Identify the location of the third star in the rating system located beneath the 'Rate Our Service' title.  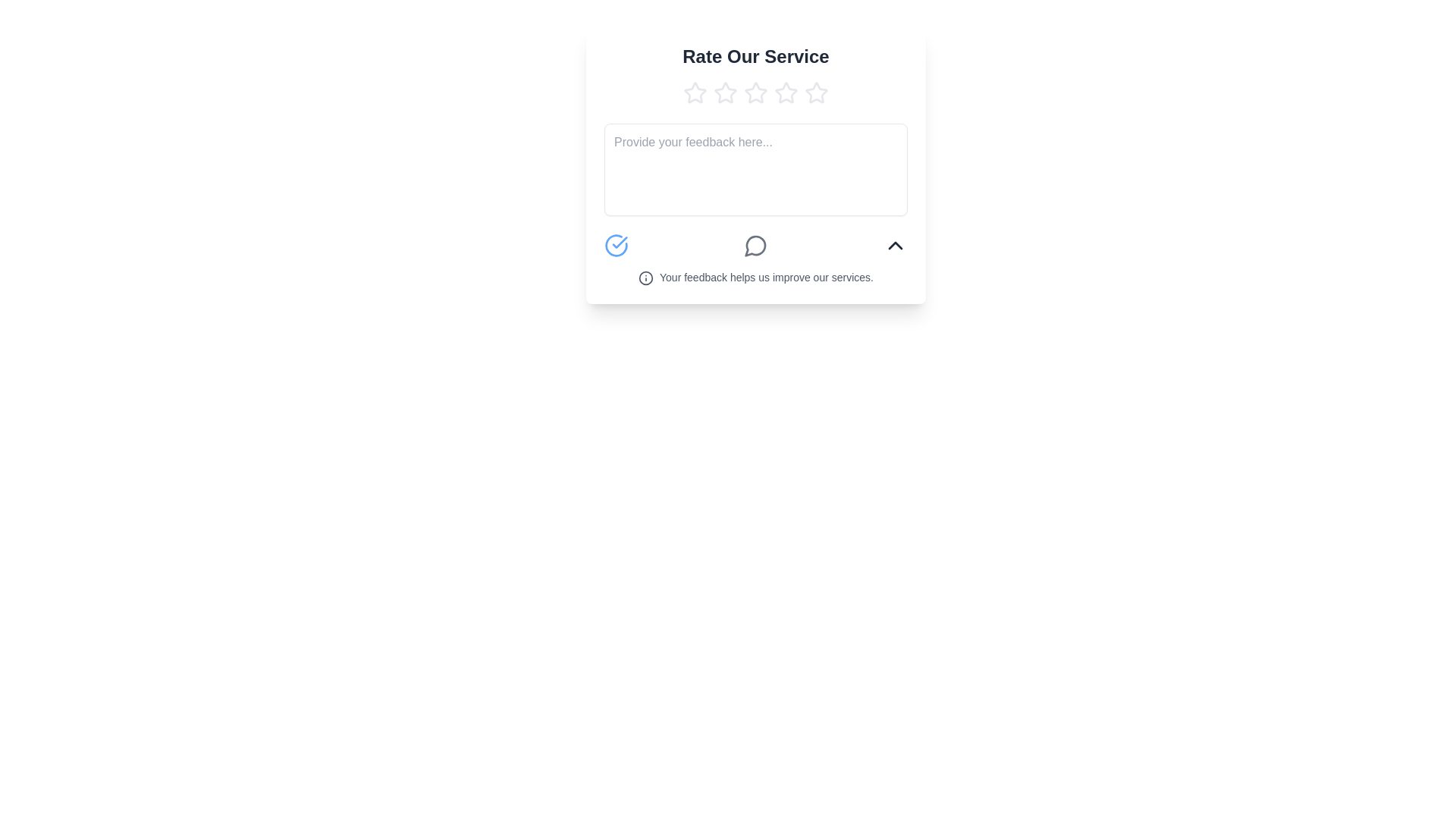
(786, 93).